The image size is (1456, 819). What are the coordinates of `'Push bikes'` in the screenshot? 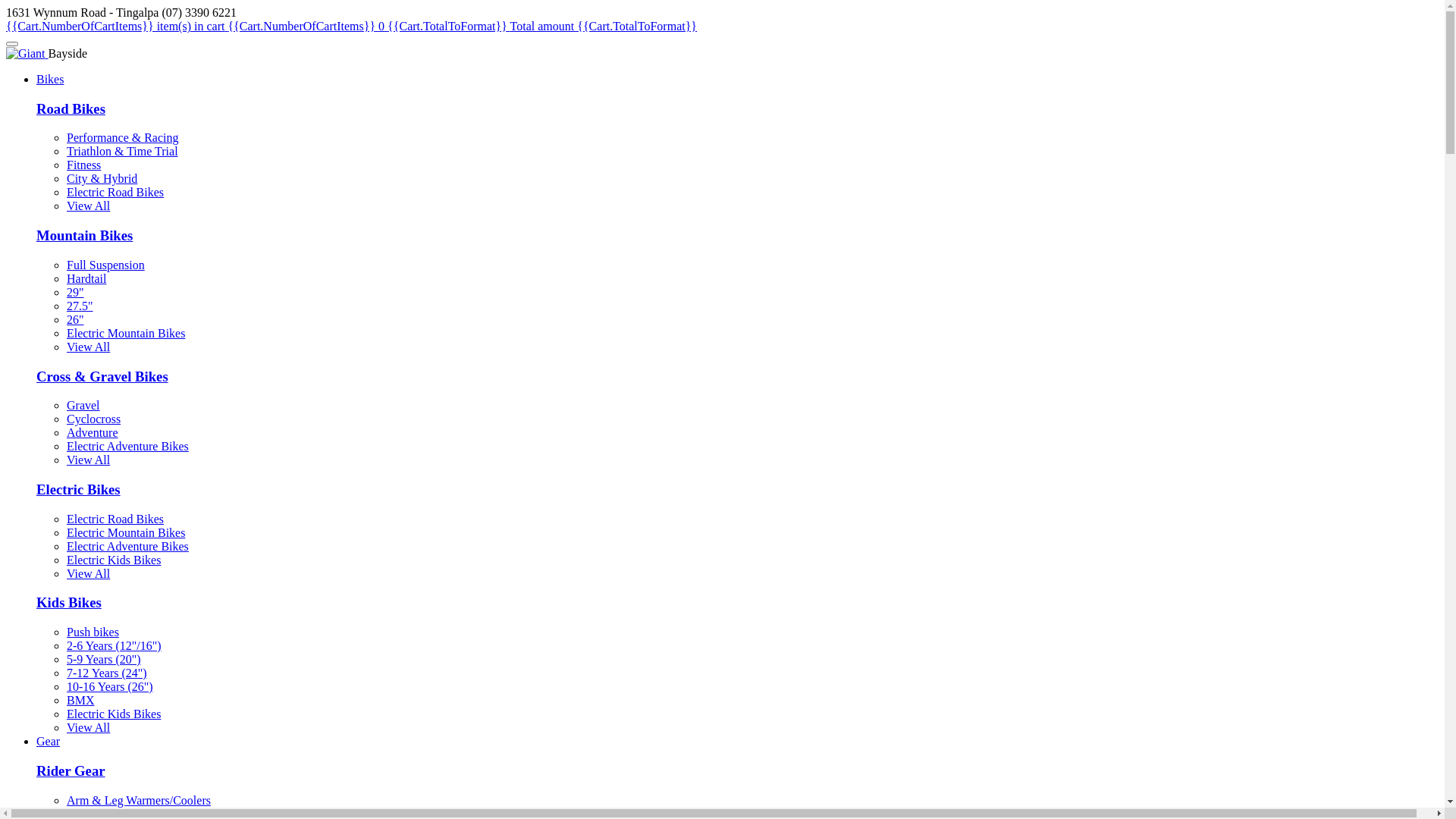 It's located at (65, 632).